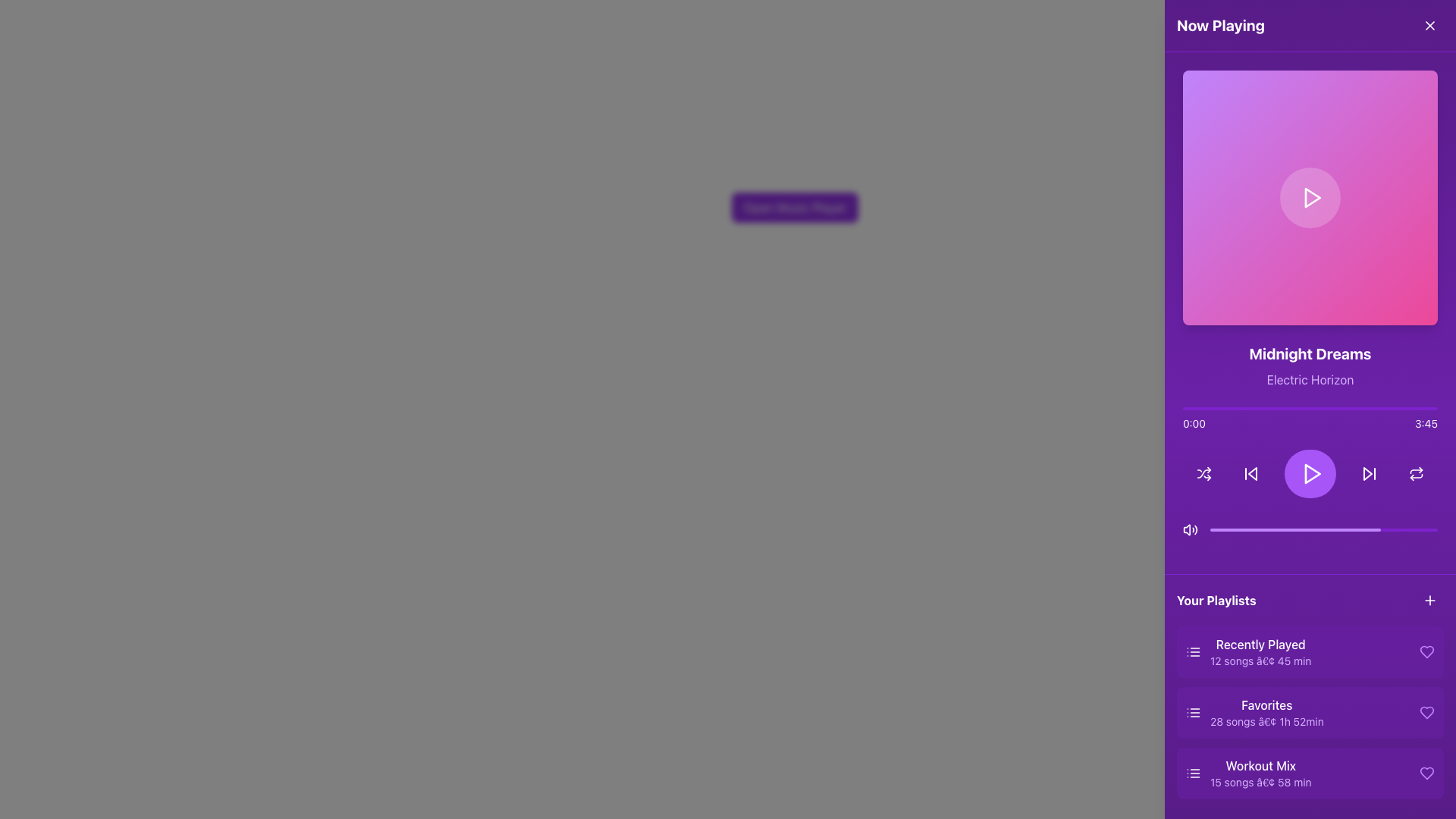 The height and width of the screenshot is (819, 1456). I want to click on the second button from the left in the bottom row of control buttons to skip to the previous track, so click(1251, 472).